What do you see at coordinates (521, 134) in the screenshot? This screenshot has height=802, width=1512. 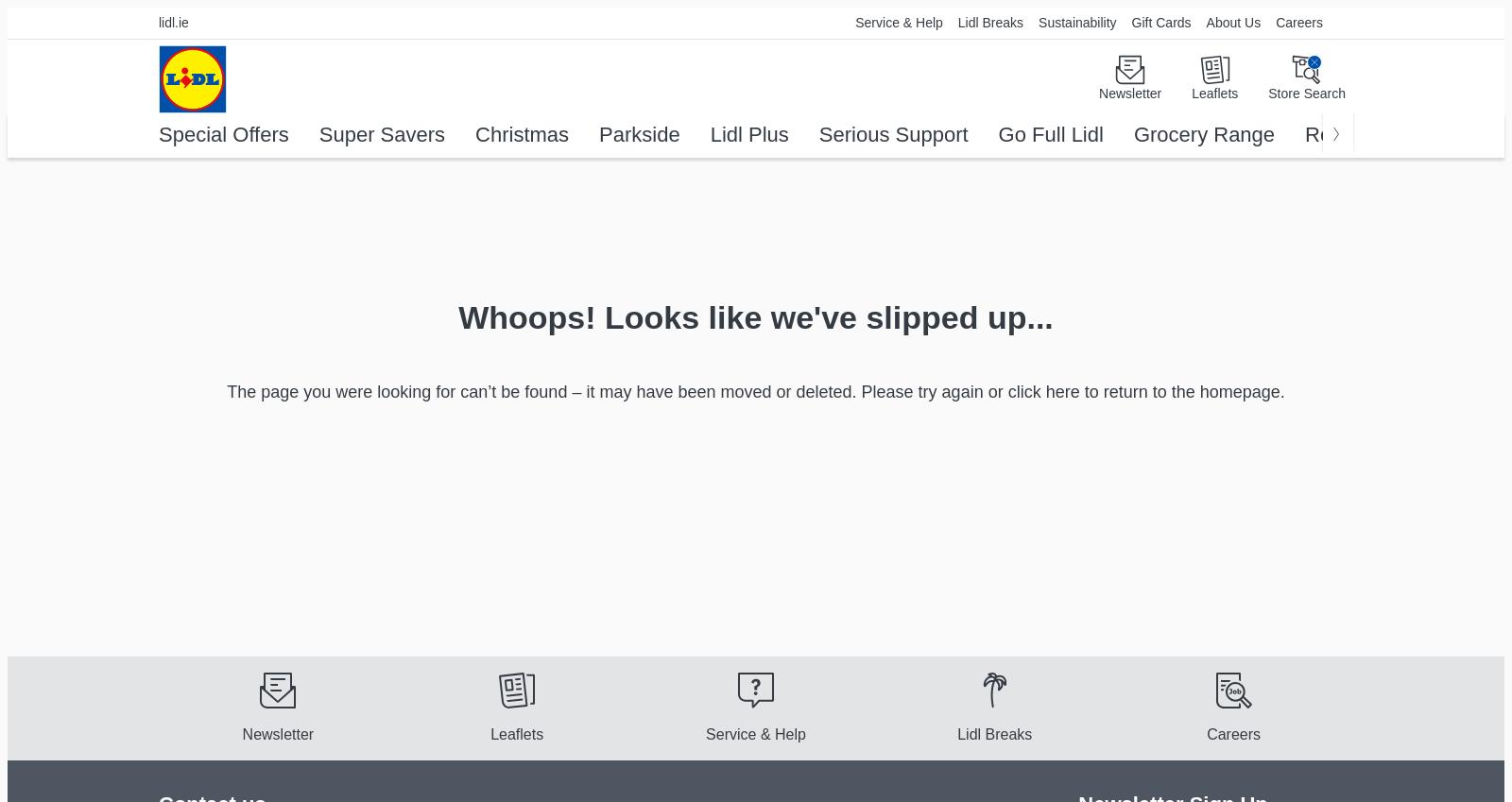 I see `'Christmas'` at bounding box center [521, 134].